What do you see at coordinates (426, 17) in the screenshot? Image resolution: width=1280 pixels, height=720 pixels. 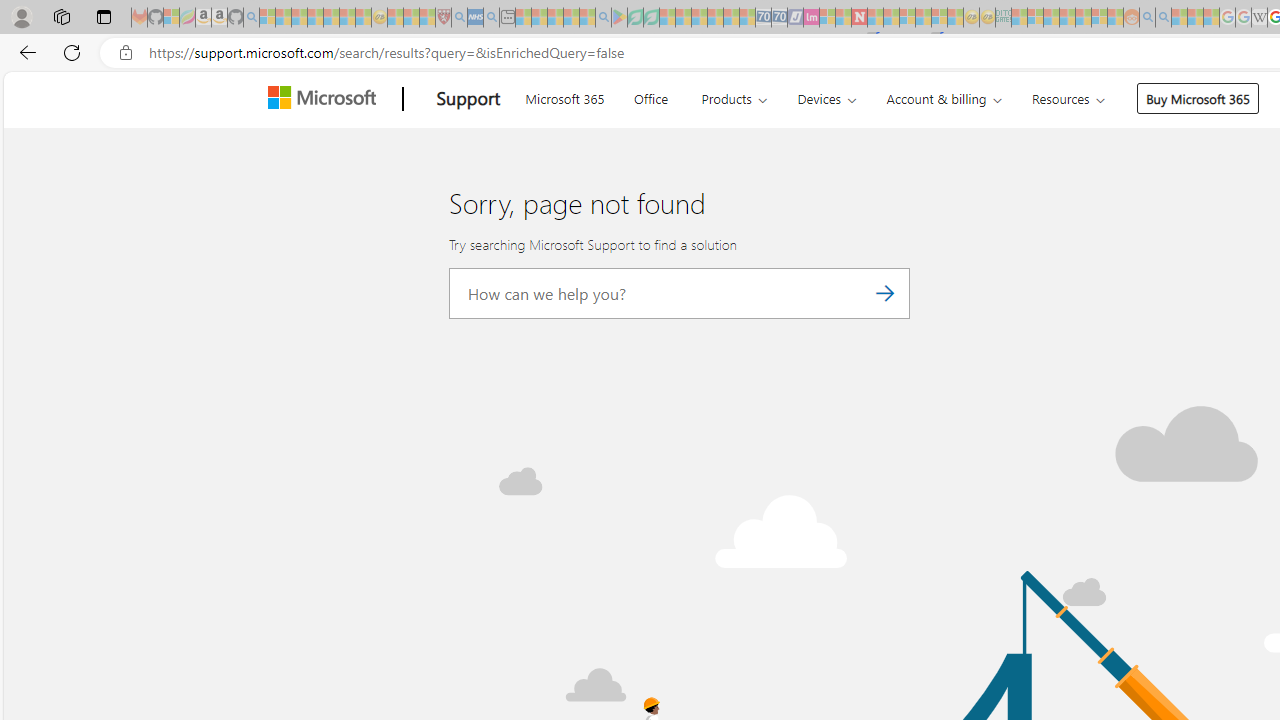 I see `'Local - MSN - Sleeping'` at bounding box center [426, 17].